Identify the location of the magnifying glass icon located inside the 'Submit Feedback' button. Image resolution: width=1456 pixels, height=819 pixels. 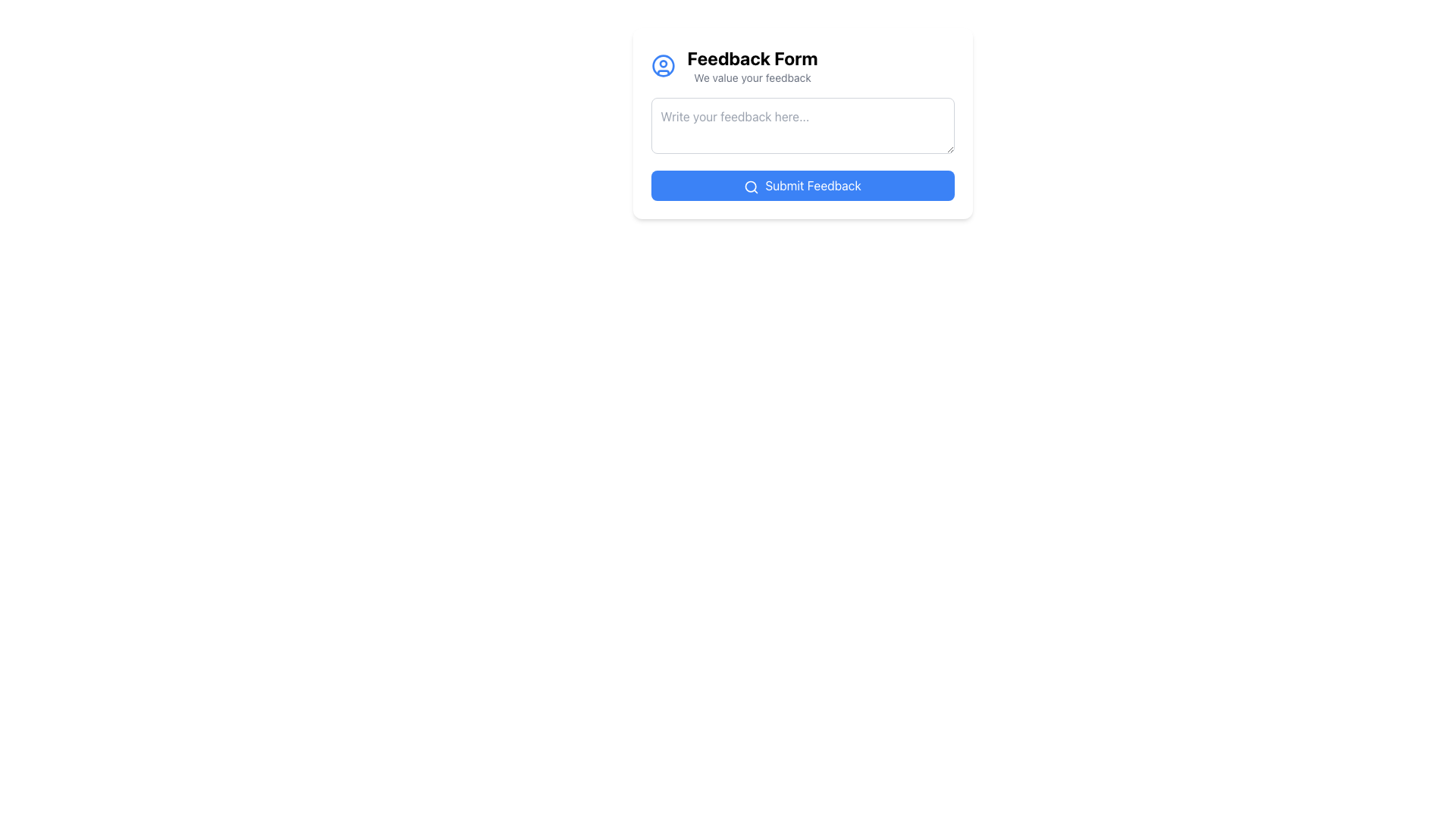
(752, 186).